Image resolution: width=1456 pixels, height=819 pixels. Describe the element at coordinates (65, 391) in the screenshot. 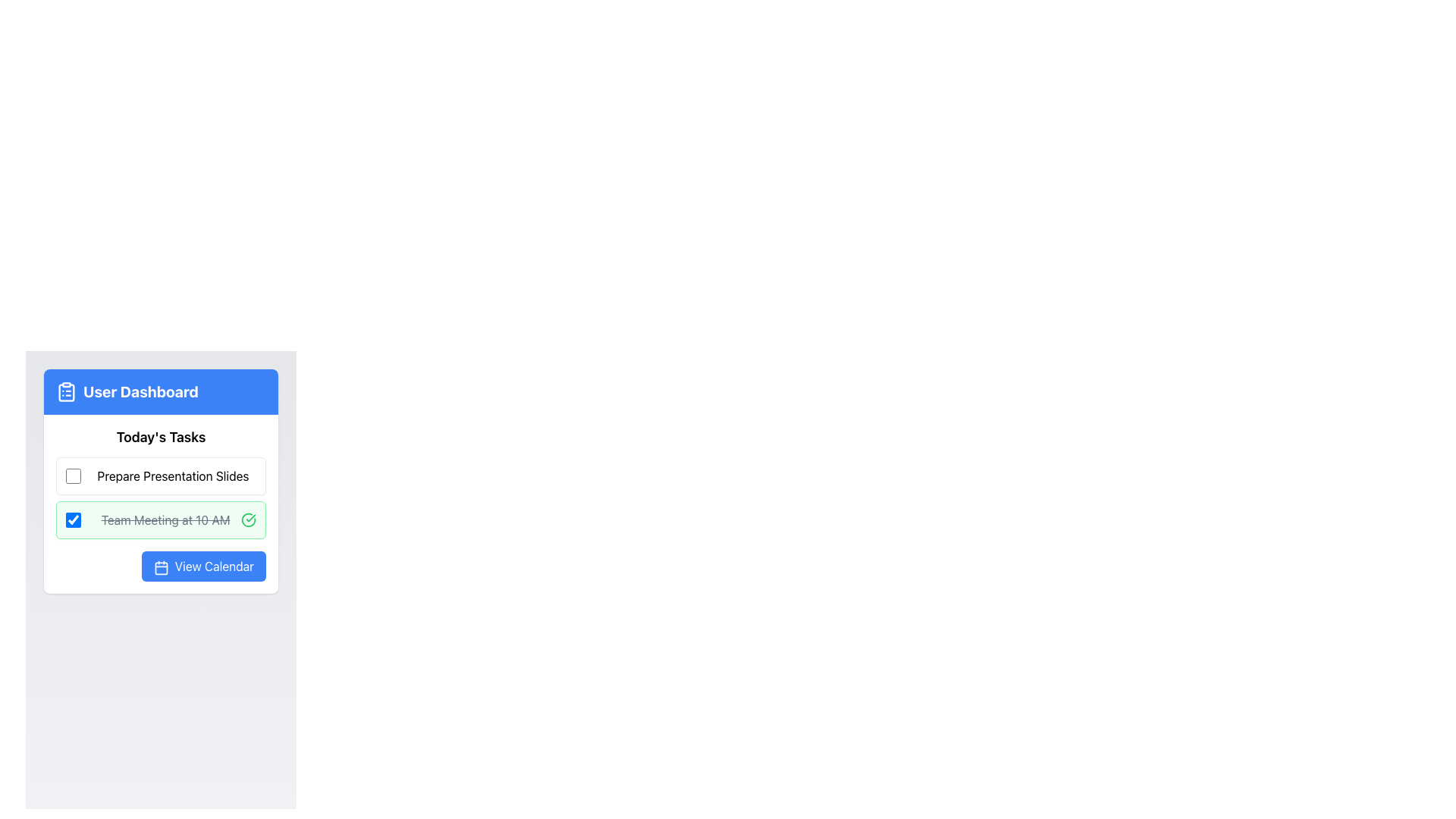

I see `the blue clipboard list icon located in the header section labeled 'User Dashboard'` at that location.